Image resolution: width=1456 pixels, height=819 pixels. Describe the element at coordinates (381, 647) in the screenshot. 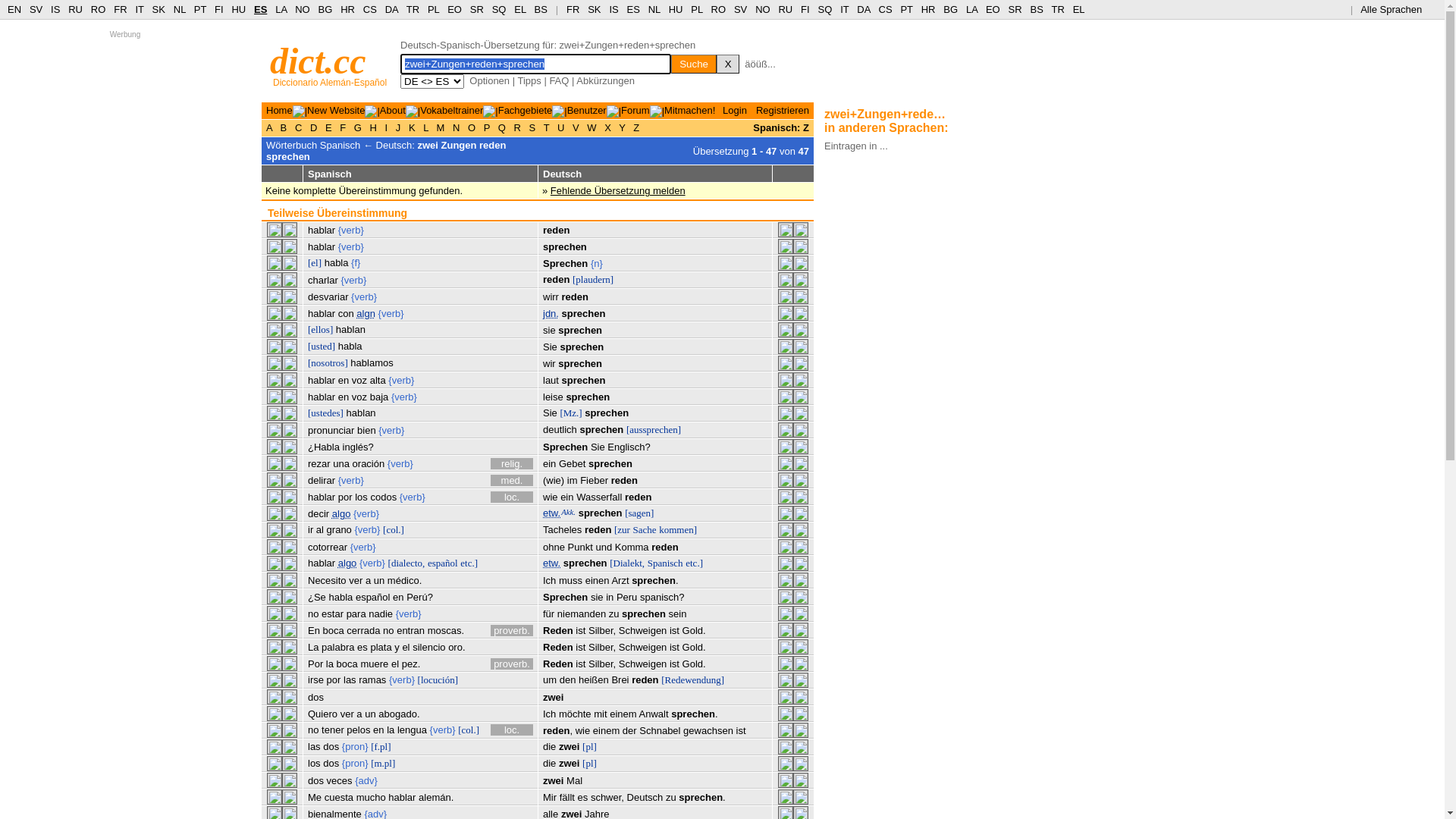

I see `'plata'` at that location.